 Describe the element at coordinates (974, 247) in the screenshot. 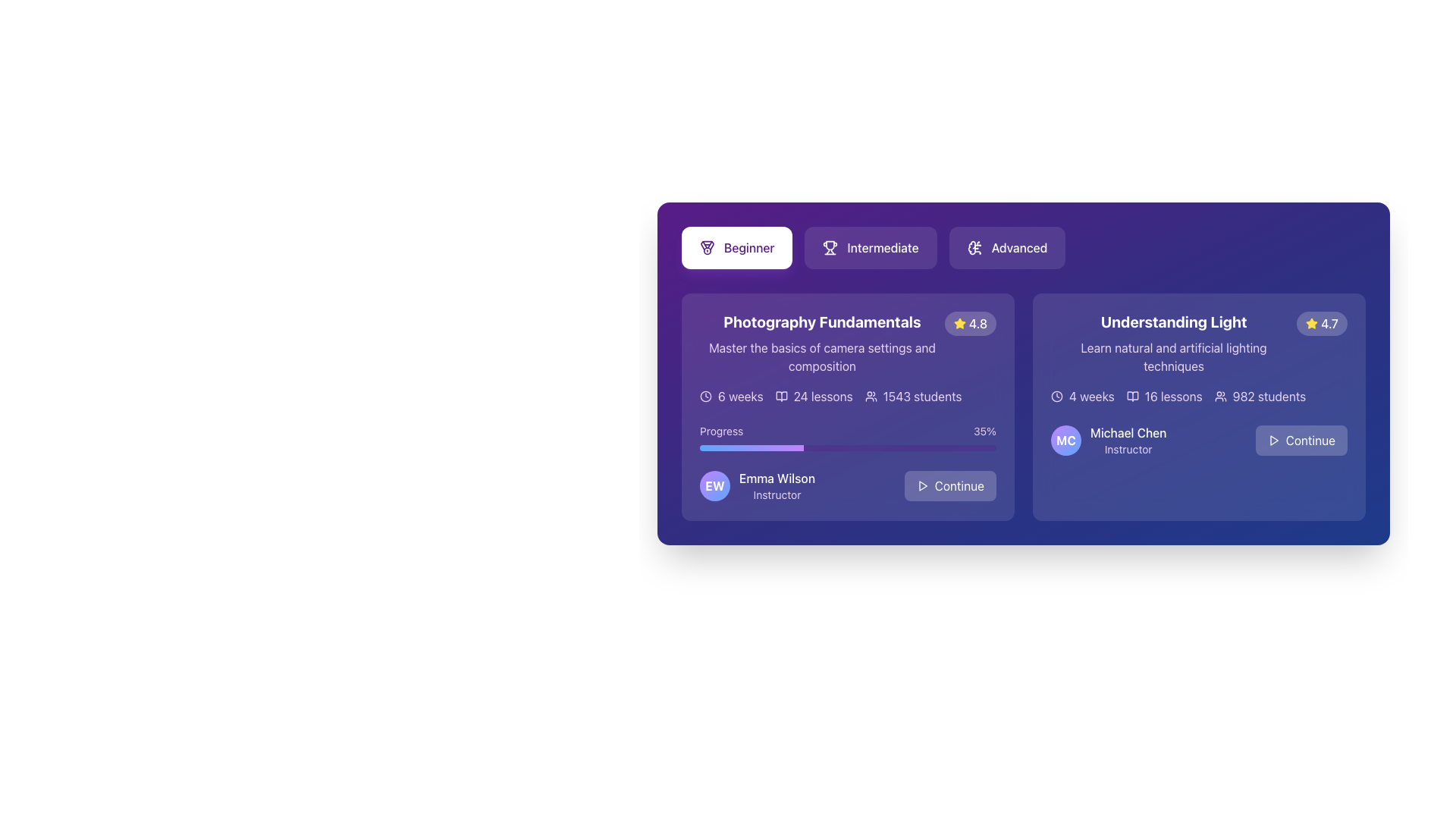

I see `the brain icon with circuit-like features, which is positioned alongside the text 'Advanced' in a button-like component on the right side of the options labeled 'Beginner', 'Intermediate', and 'Advanced'` at that location.